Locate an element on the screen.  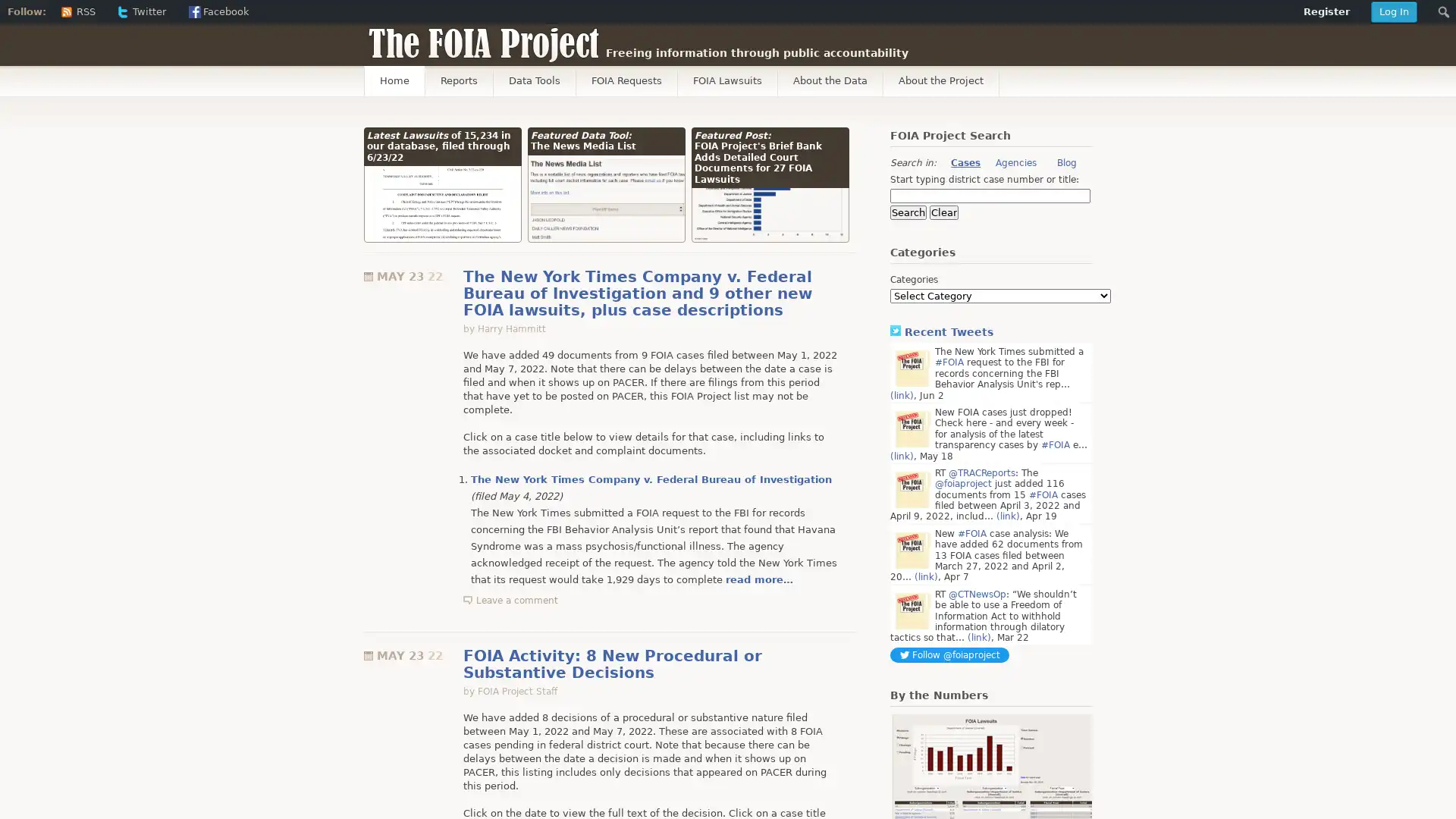
Search is located at coordinates (908, 212).